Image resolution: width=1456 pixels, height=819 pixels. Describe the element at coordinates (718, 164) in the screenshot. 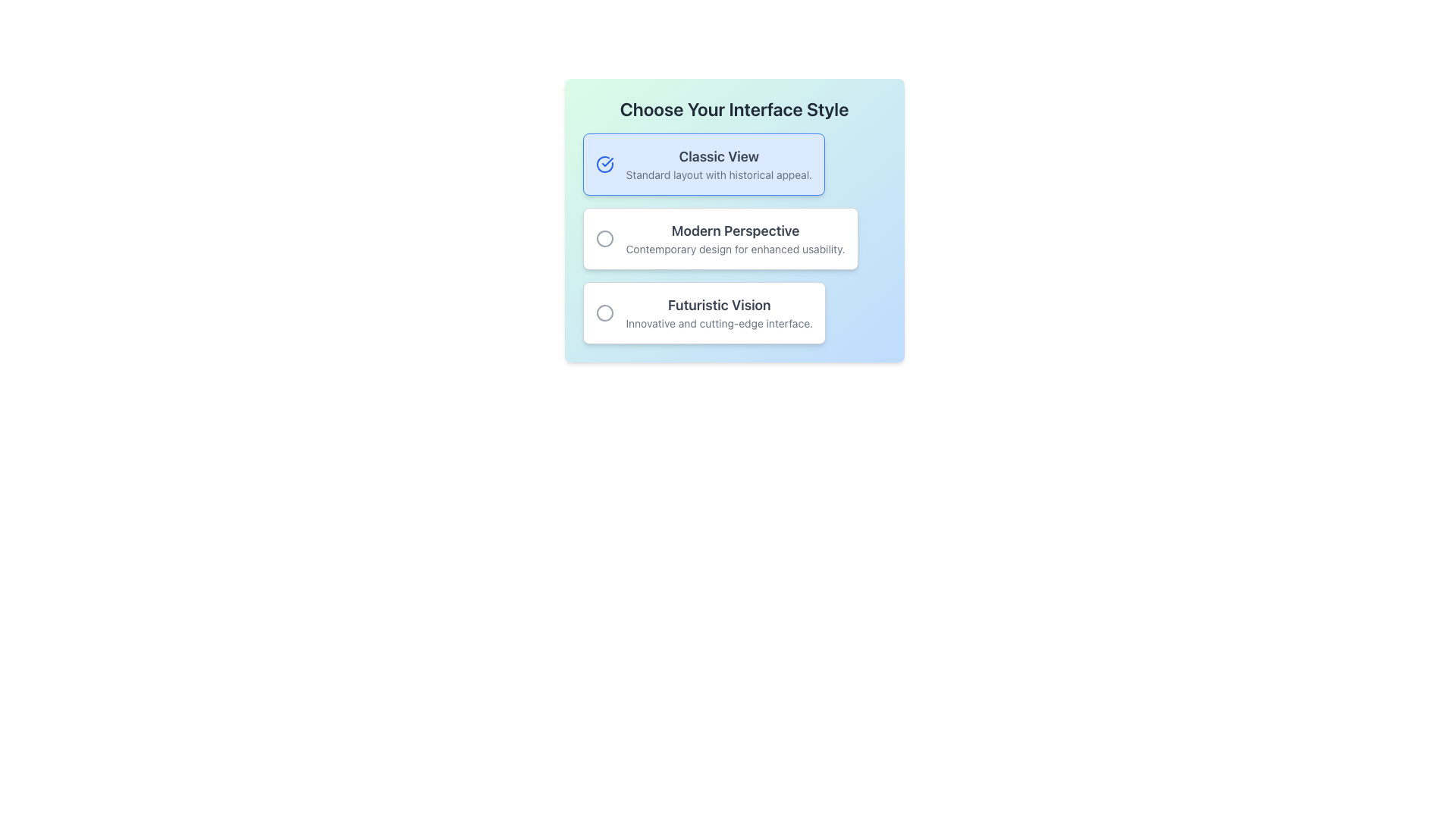

I see `the 'Classic View' text block within the 'Choose Your Interface Style' list` at that location.